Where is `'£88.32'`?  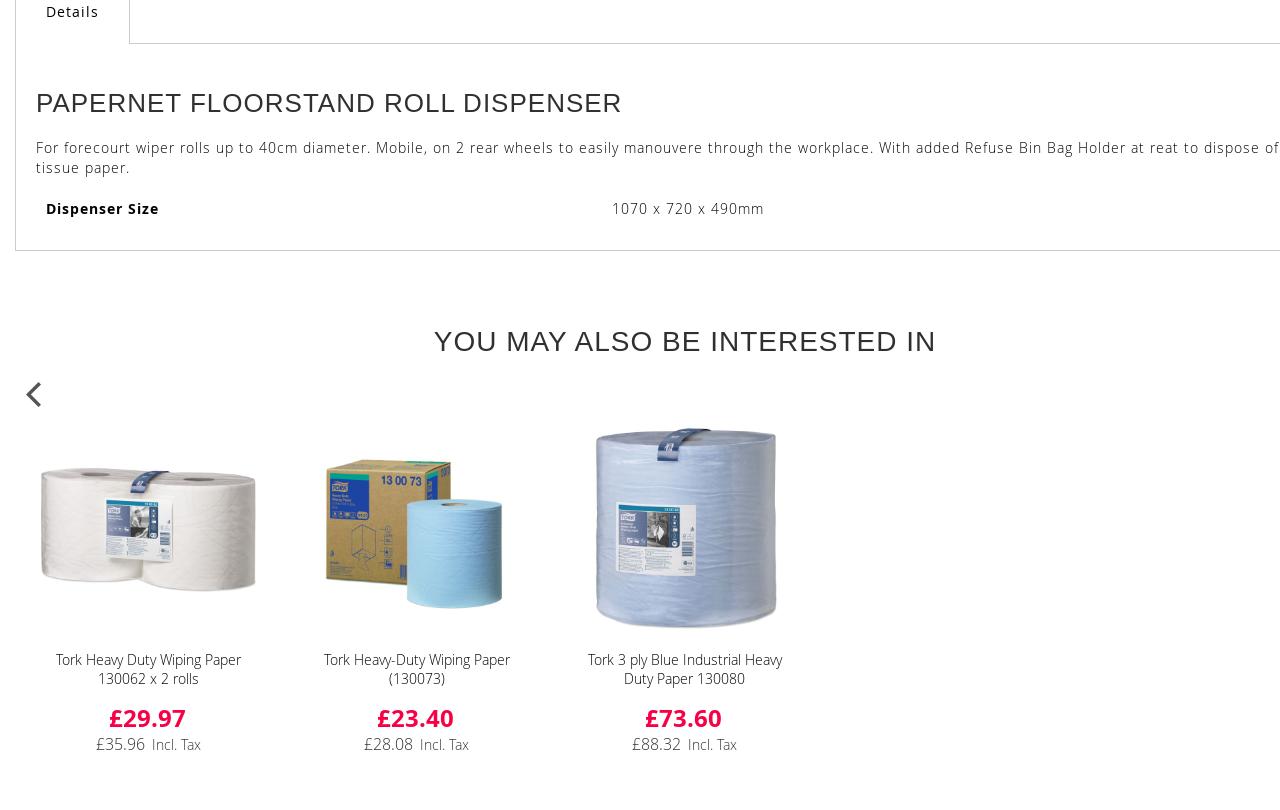
'£88.32' is located at coordinates (656, 742).